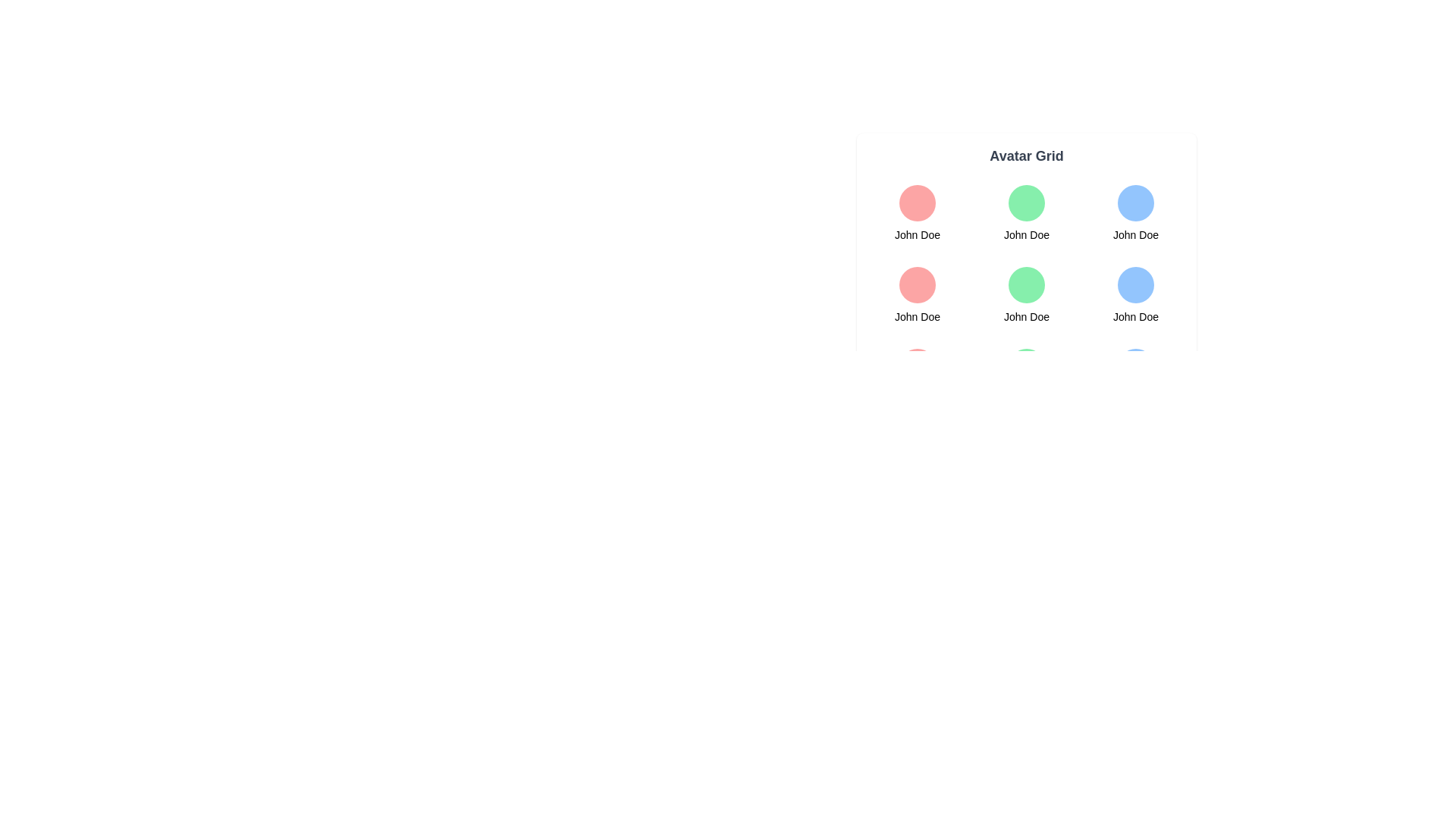 The image size is (1456, 819). What do you see at coordinates (1026, 155) in the screenshot?
I see `the 'Avatar Grid' text label, which is a bold and slightly larger dark gray font positioned above a grid of avatars` at bounding box center [1026, 155].